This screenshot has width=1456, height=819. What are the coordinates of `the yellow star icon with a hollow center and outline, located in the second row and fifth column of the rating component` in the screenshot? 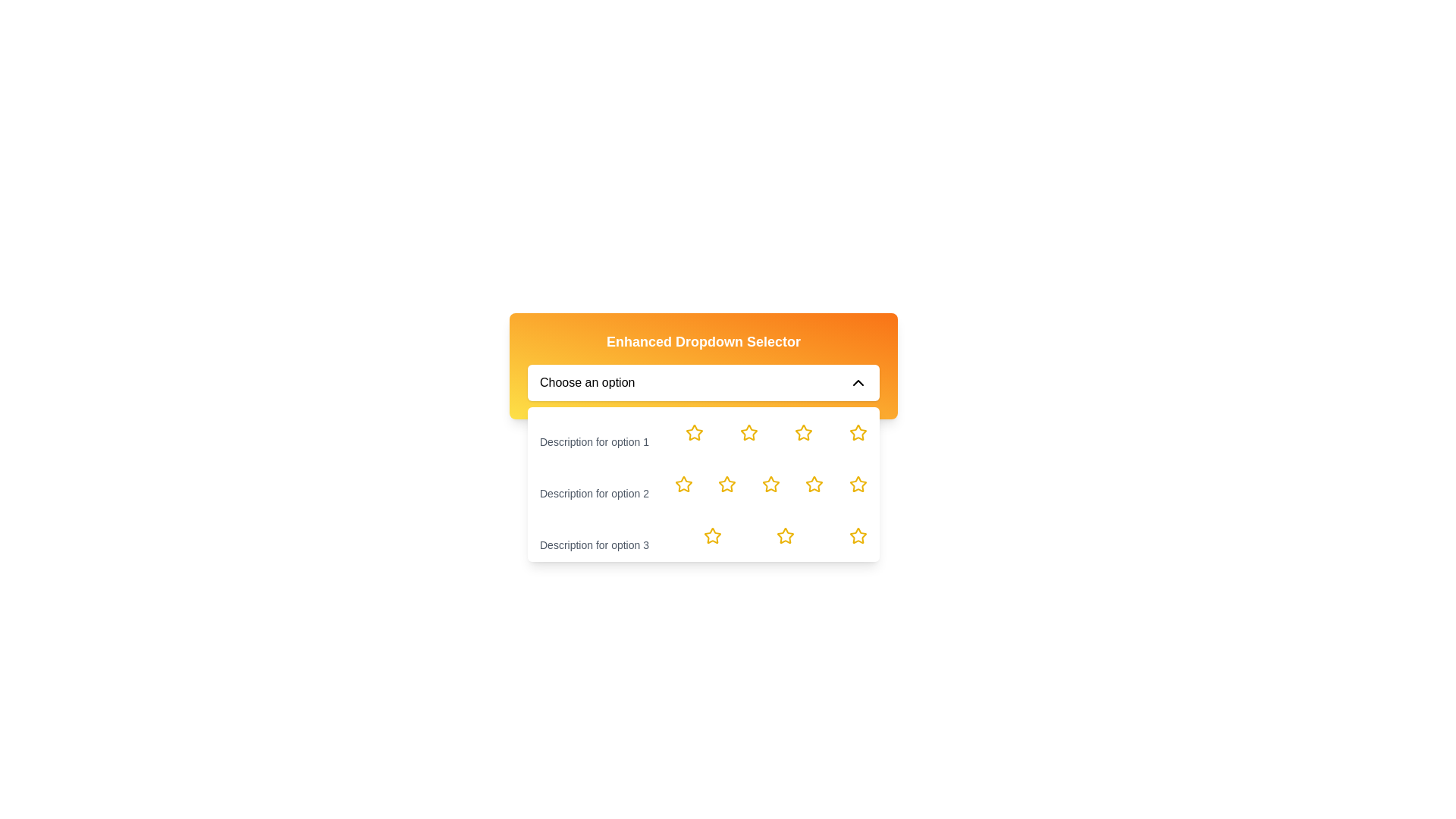 It's located at (858, 484).